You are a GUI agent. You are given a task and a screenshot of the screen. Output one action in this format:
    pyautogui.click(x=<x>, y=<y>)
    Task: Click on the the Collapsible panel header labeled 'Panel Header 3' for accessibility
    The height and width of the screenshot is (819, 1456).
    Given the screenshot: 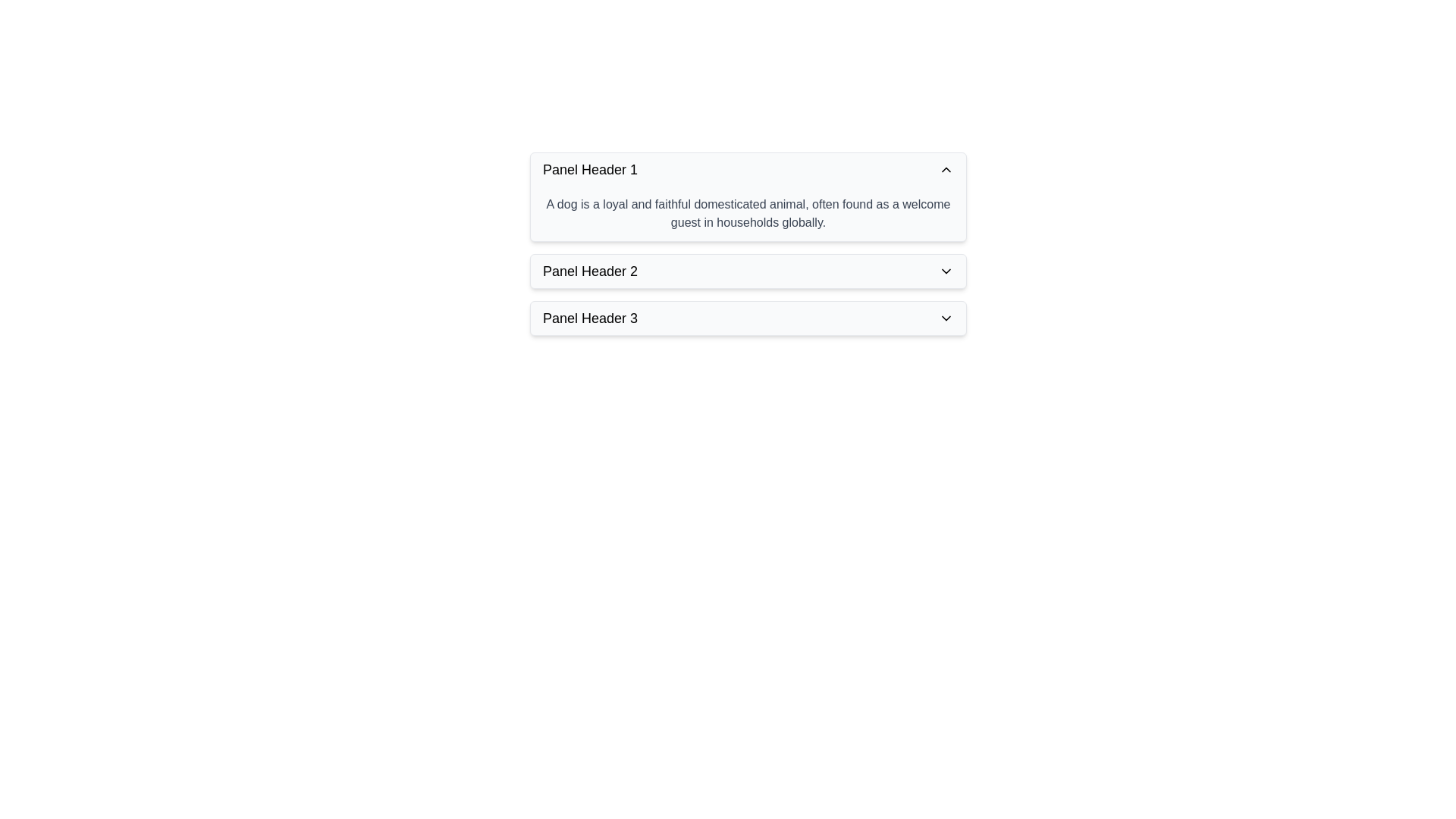 What is the action you would take?
    pyautogui.click(x=748, y=318)
    